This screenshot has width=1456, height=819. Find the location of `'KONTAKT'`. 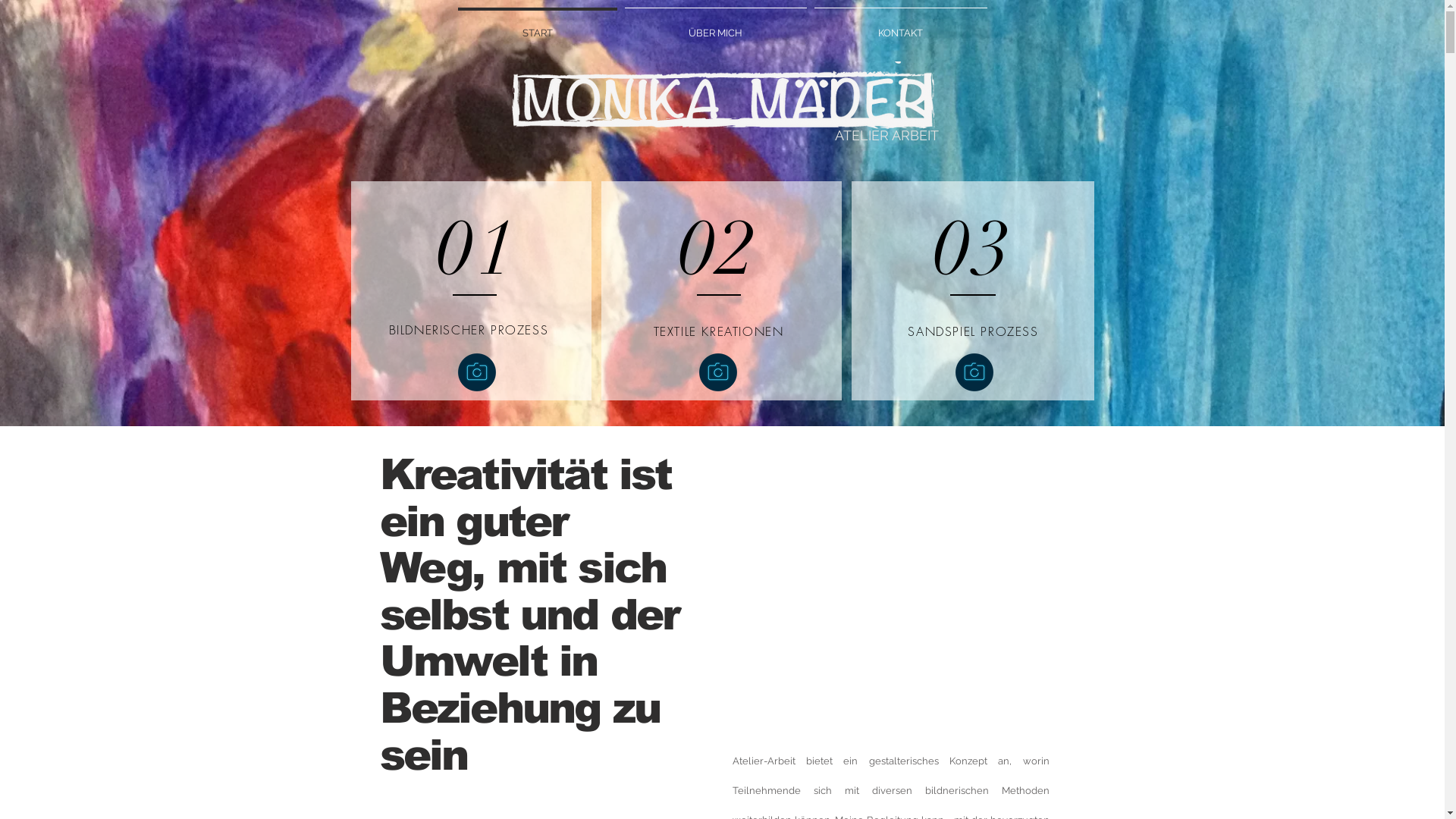

'KONTAKT' is located at coordinates (899, 26).